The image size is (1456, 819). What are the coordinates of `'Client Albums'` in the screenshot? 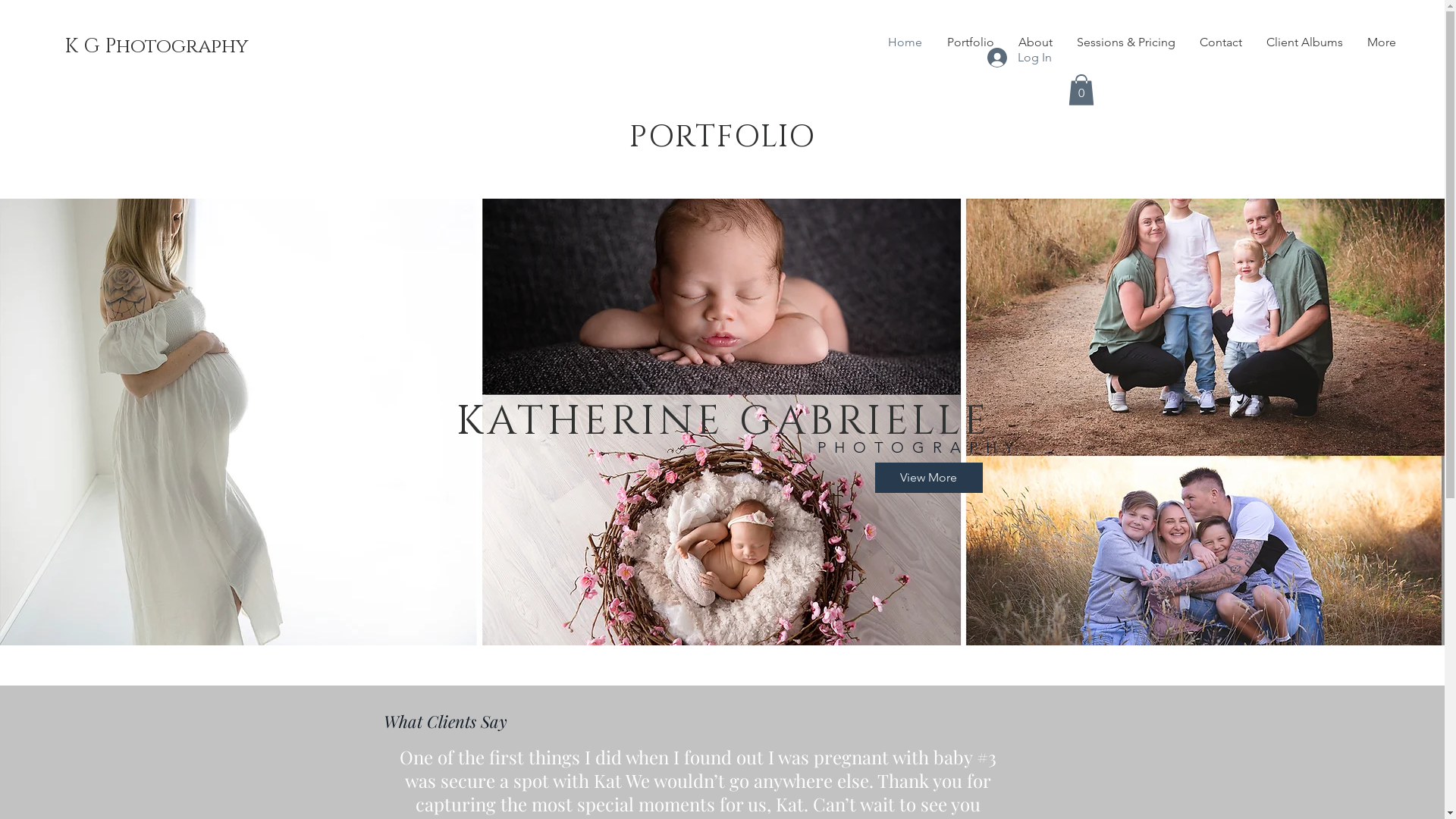 It's located at (1304, 42).